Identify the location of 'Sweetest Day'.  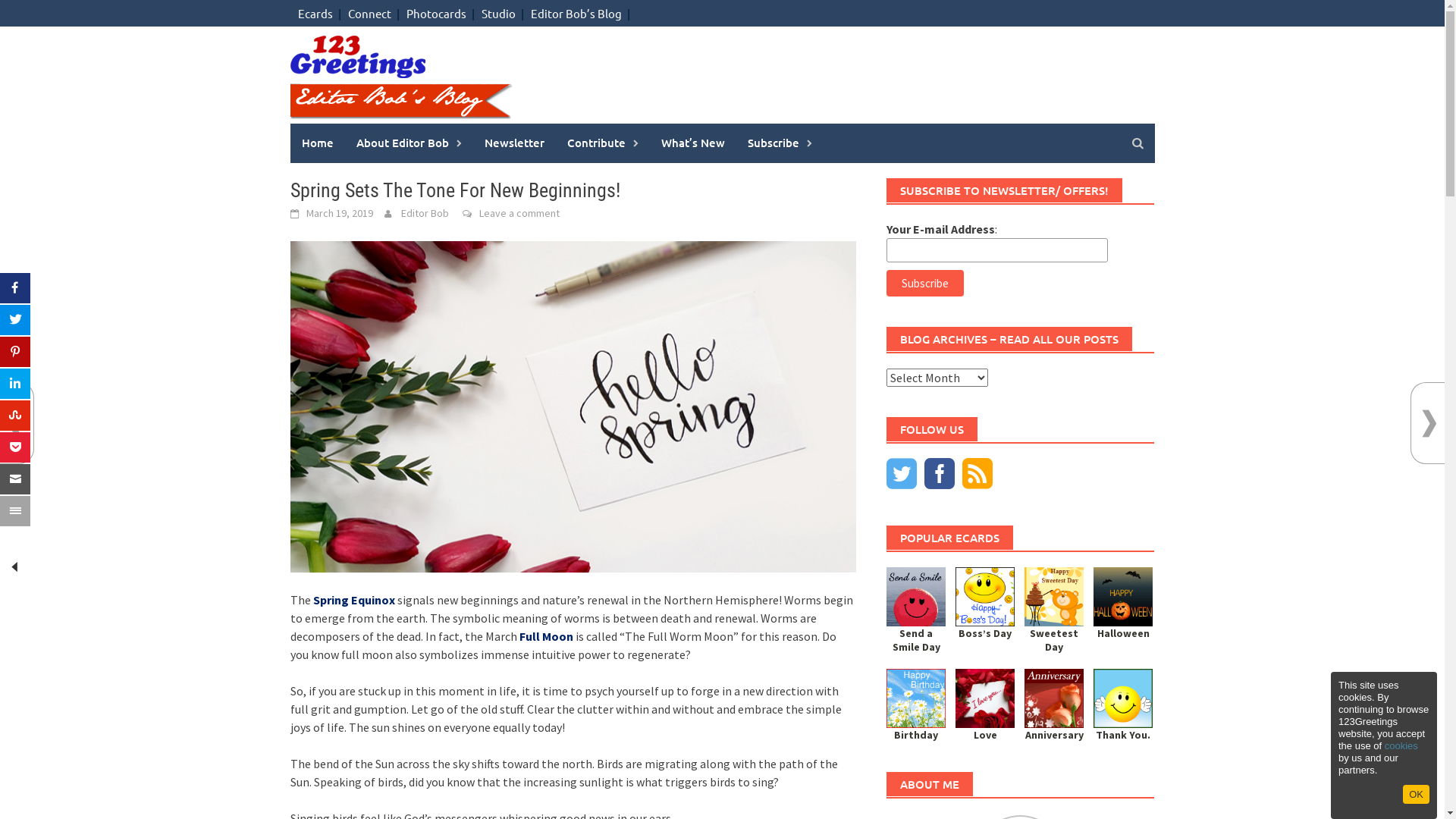
(1053, 640).